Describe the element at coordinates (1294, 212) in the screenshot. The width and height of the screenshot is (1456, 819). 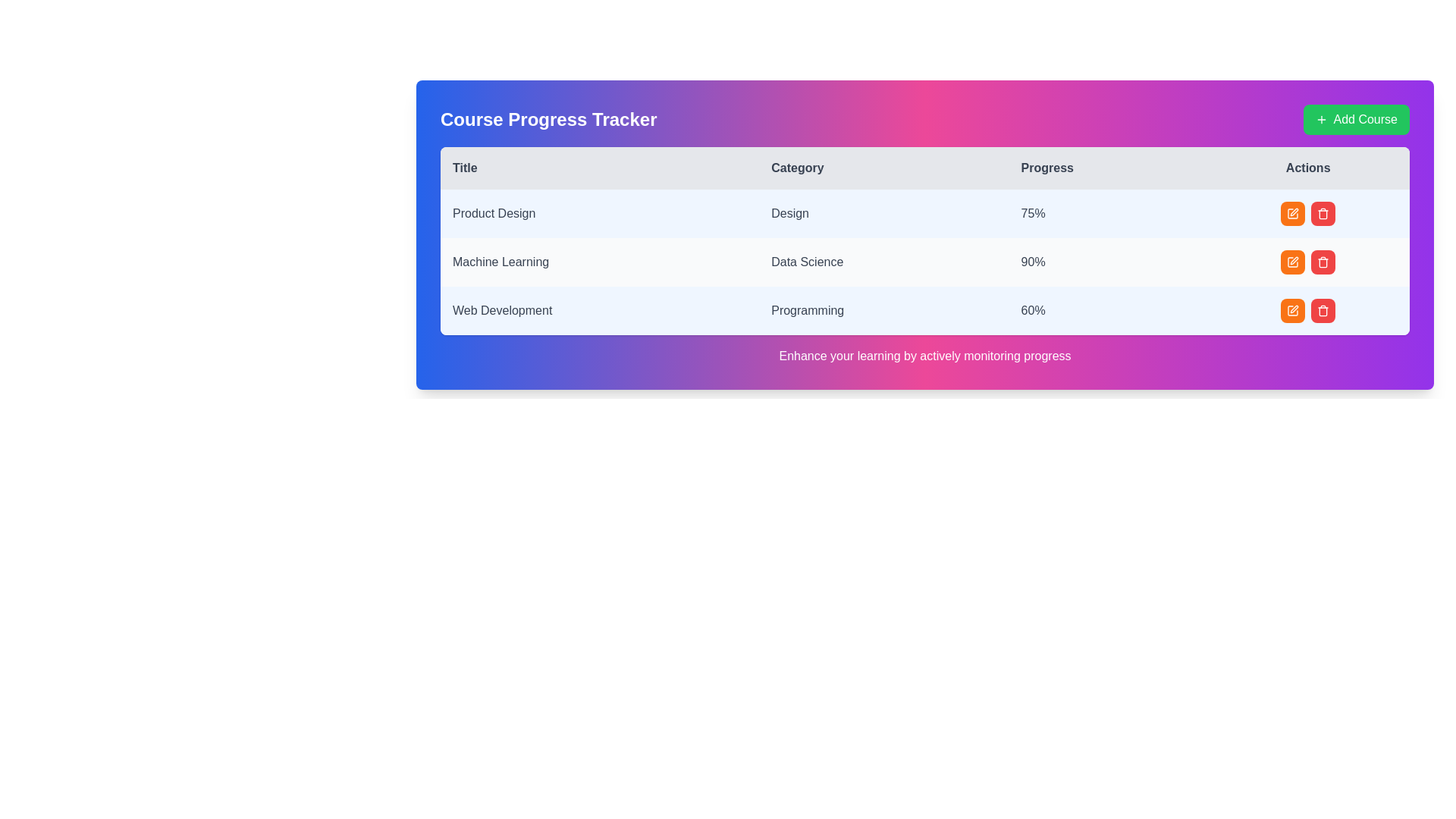
I see `the orange pen icon located in the rightmost 'Actions' column of the second row in the 'Course Progress Tracker' for the 'Machine Learning' course` at that location.